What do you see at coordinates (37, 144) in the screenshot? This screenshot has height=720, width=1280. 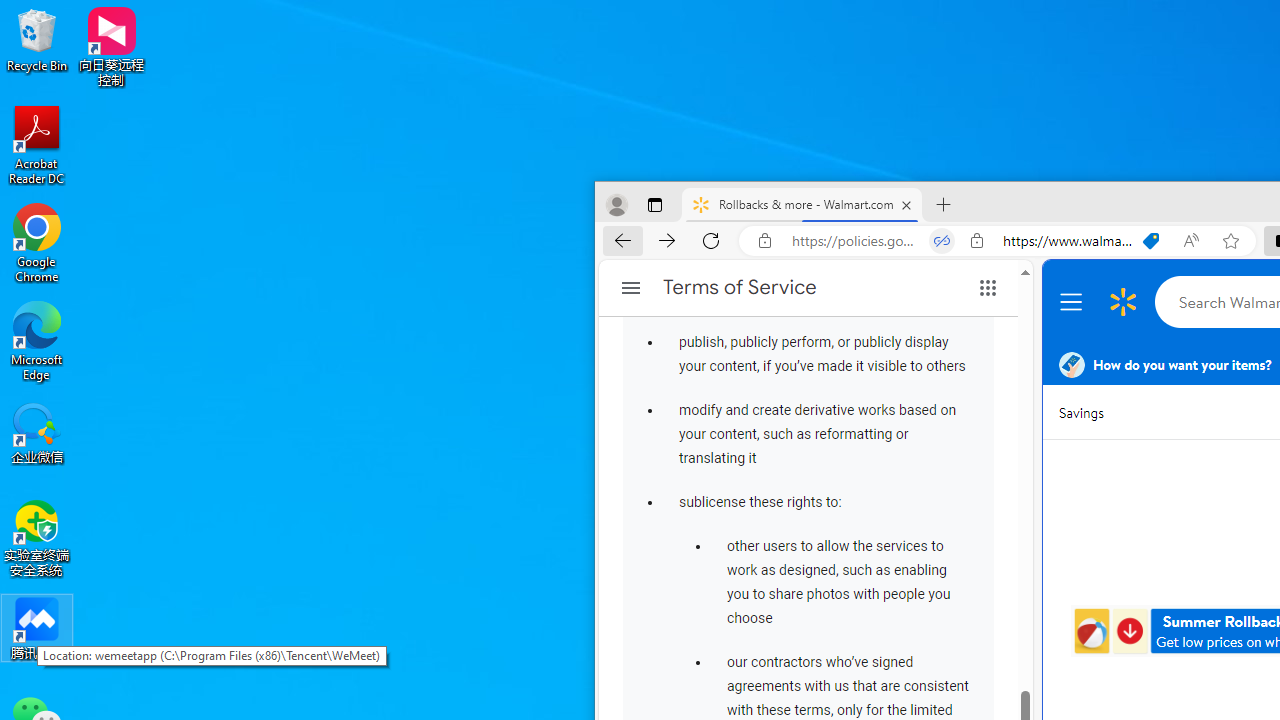 I see `'Acrobat Reader DC'` at bounding box center [37, 144].